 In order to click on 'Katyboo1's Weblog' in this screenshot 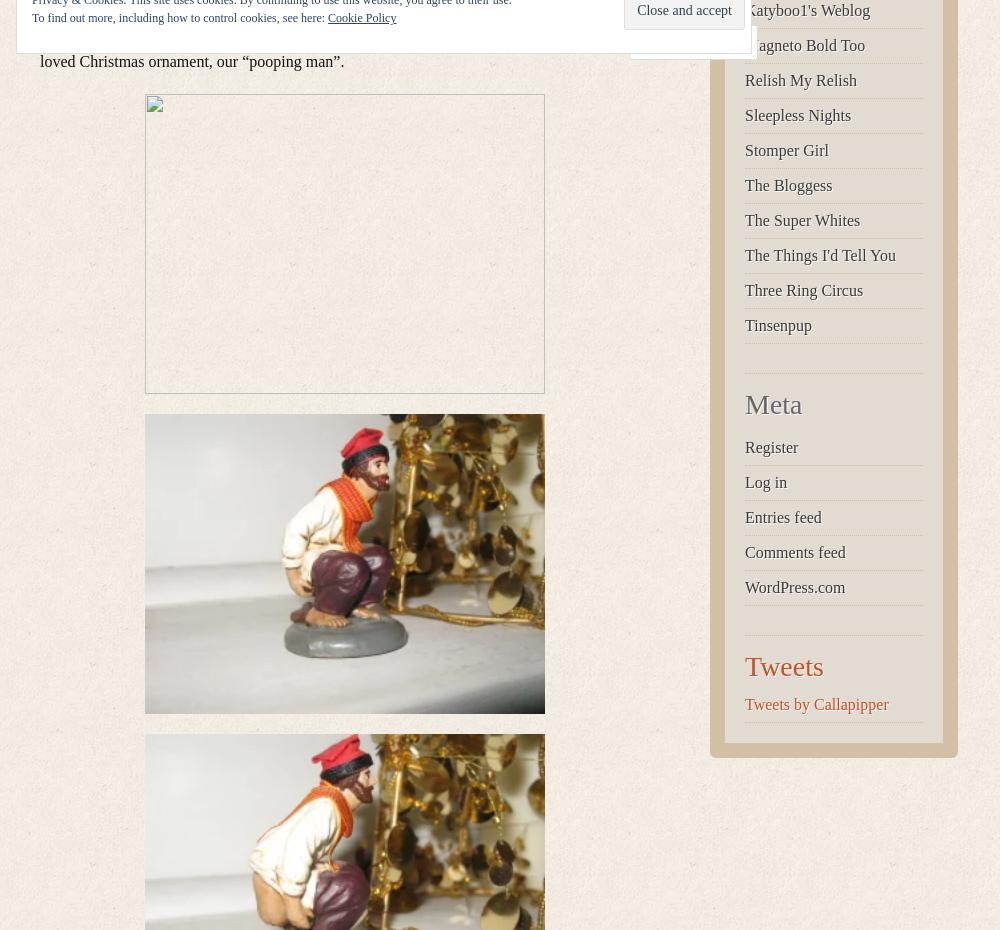, I will do `click(807, 9)`.